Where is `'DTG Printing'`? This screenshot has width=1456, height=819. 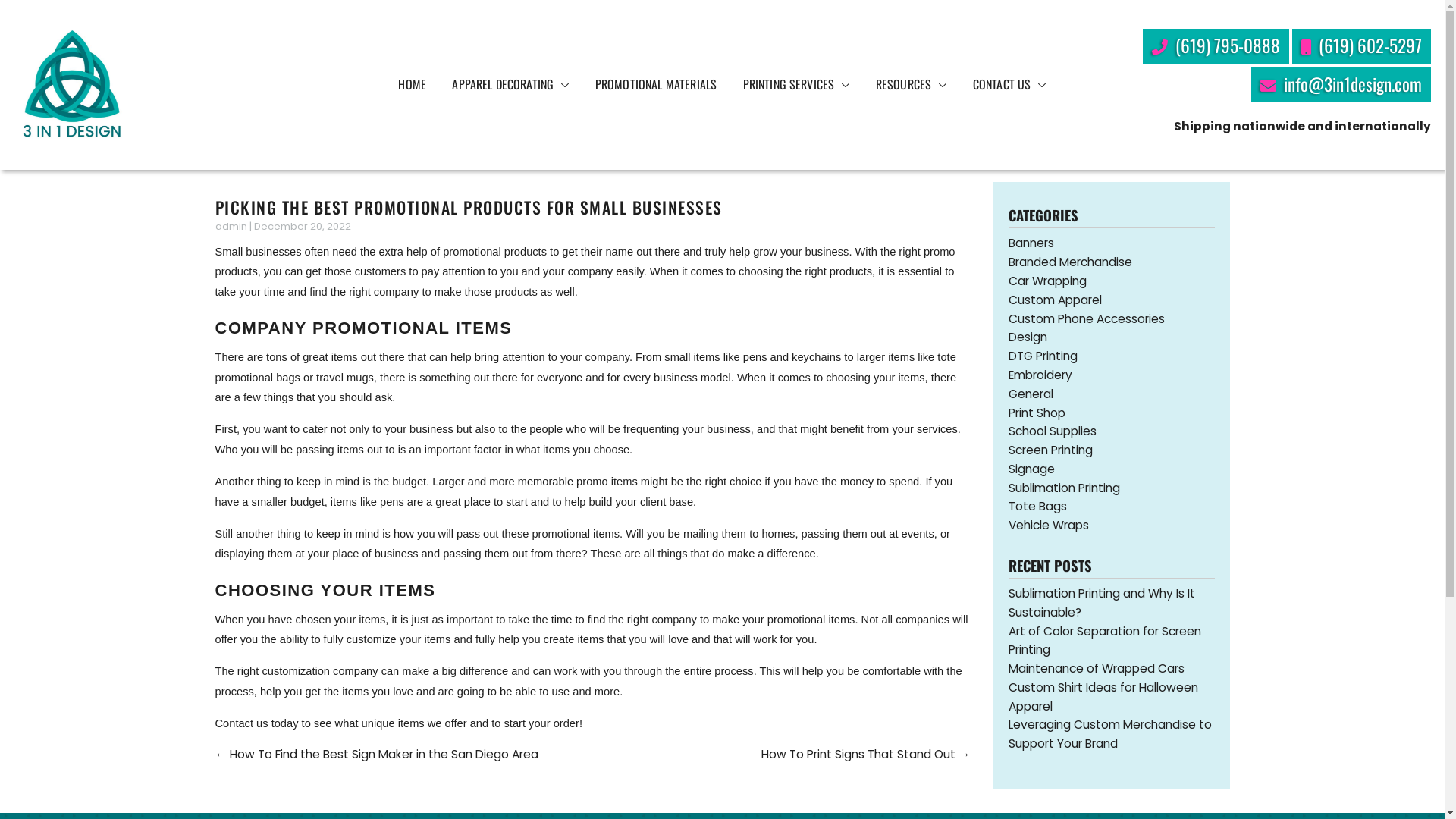
'DTG Printing' is located at coordinates (1042, 356).